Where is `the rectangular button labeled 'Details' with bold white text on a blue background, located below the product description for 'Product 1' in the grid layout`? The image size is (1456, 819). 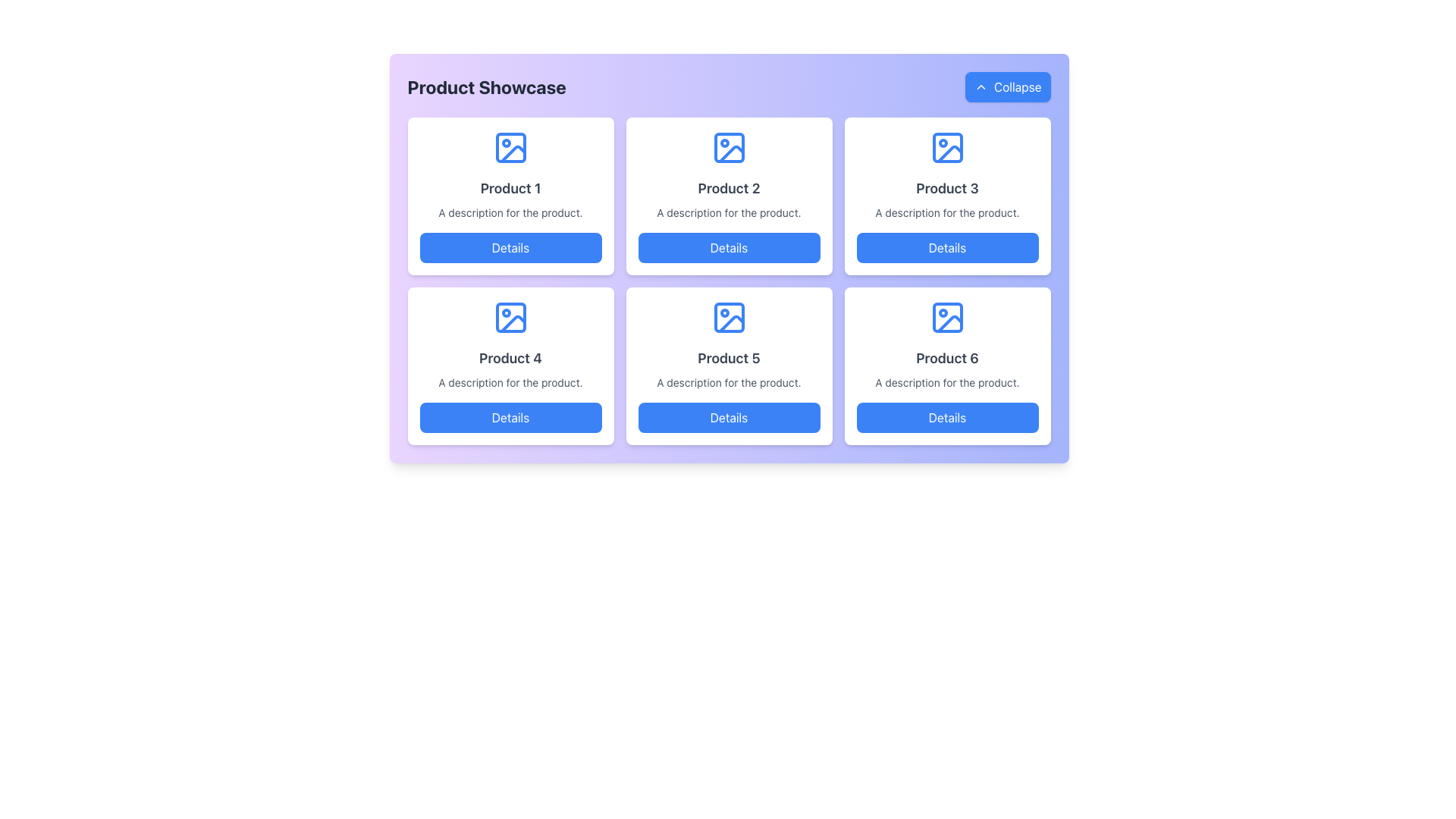 the rectangular button labeled 'Details' with bold white text on a blue background, located below the product description for 'Product 1' in the grid layout is located at coordinates (510, 247).